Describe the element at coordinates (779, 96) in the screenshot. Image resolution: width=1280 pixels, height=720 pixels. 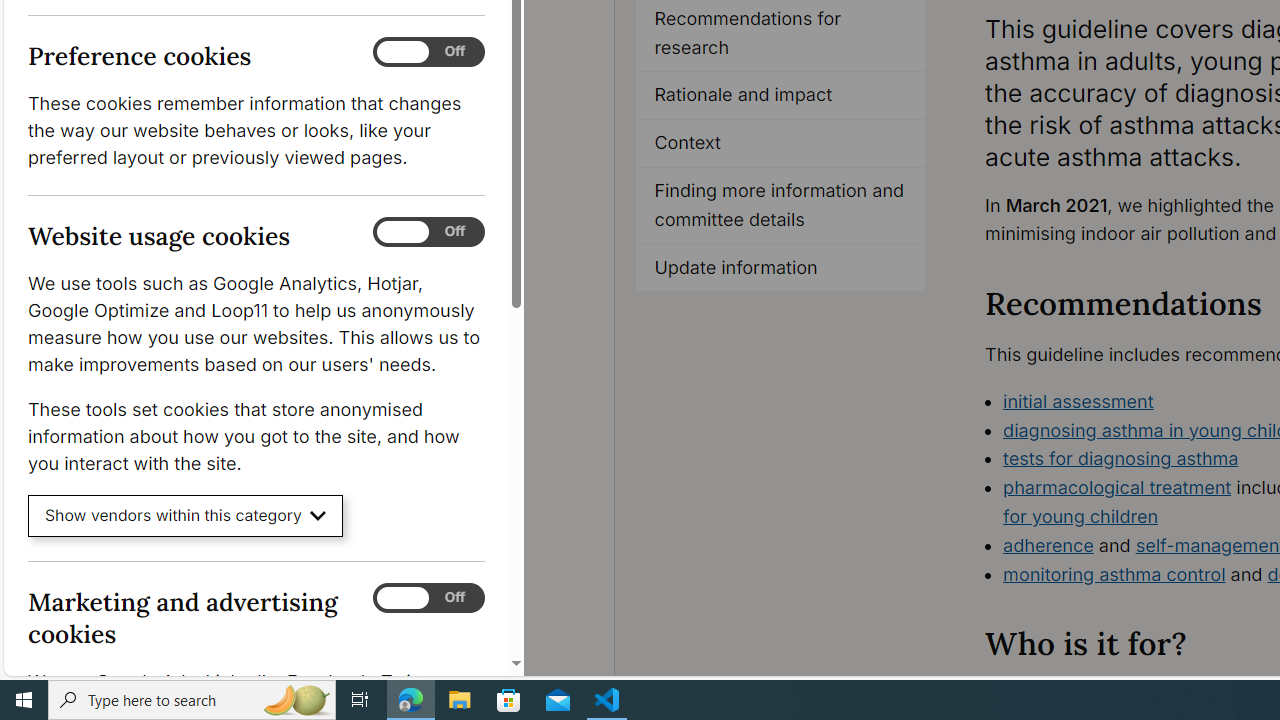
I see `'Rationale and impact'` at that location.